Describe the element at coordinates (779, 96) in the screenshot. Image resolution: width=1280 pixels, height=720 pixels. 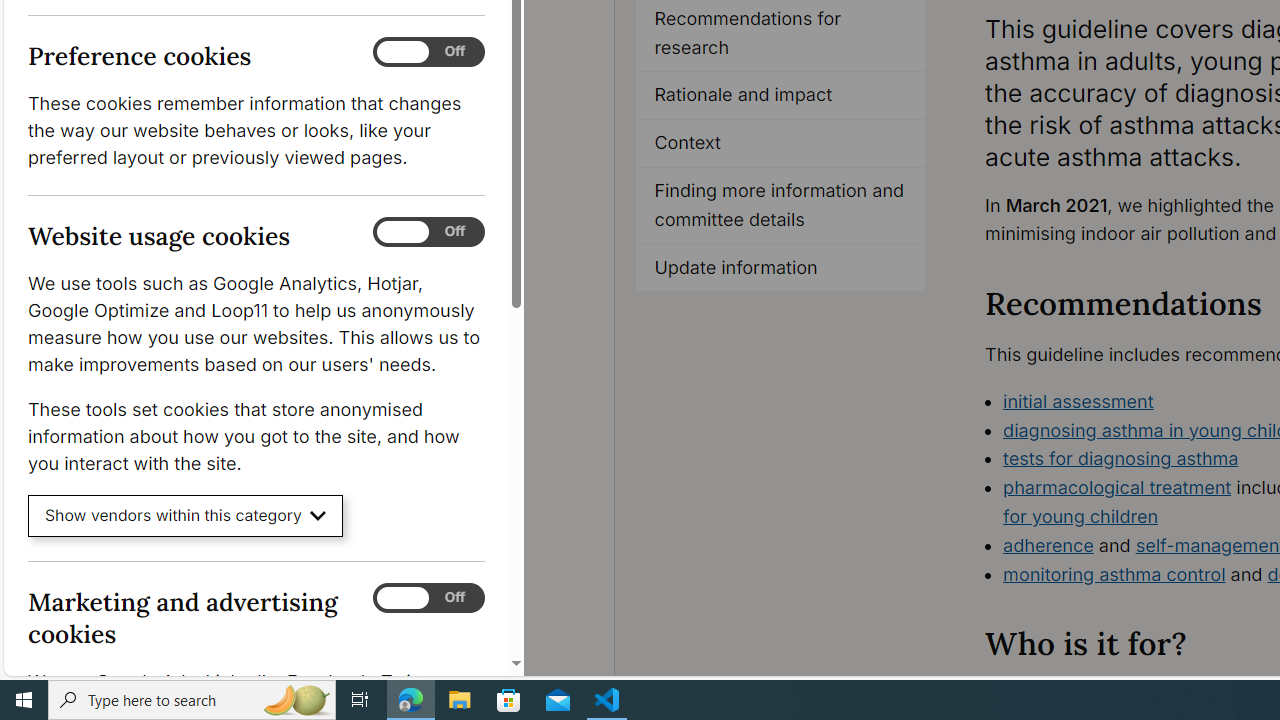
I see `'Rationale and impact'` at that location.